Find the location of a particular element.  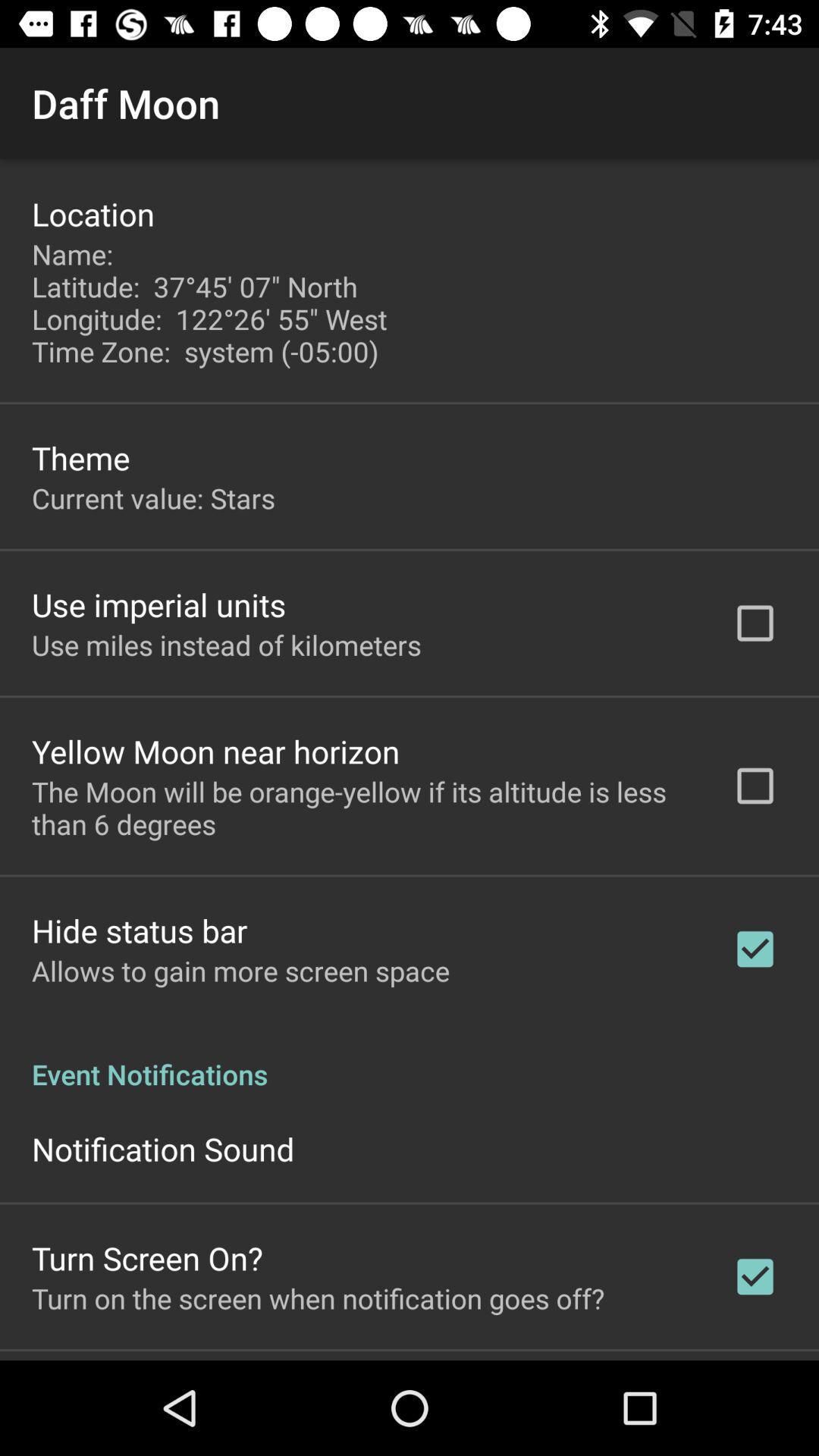

item above the theme item is located at coordinates (213, 303).